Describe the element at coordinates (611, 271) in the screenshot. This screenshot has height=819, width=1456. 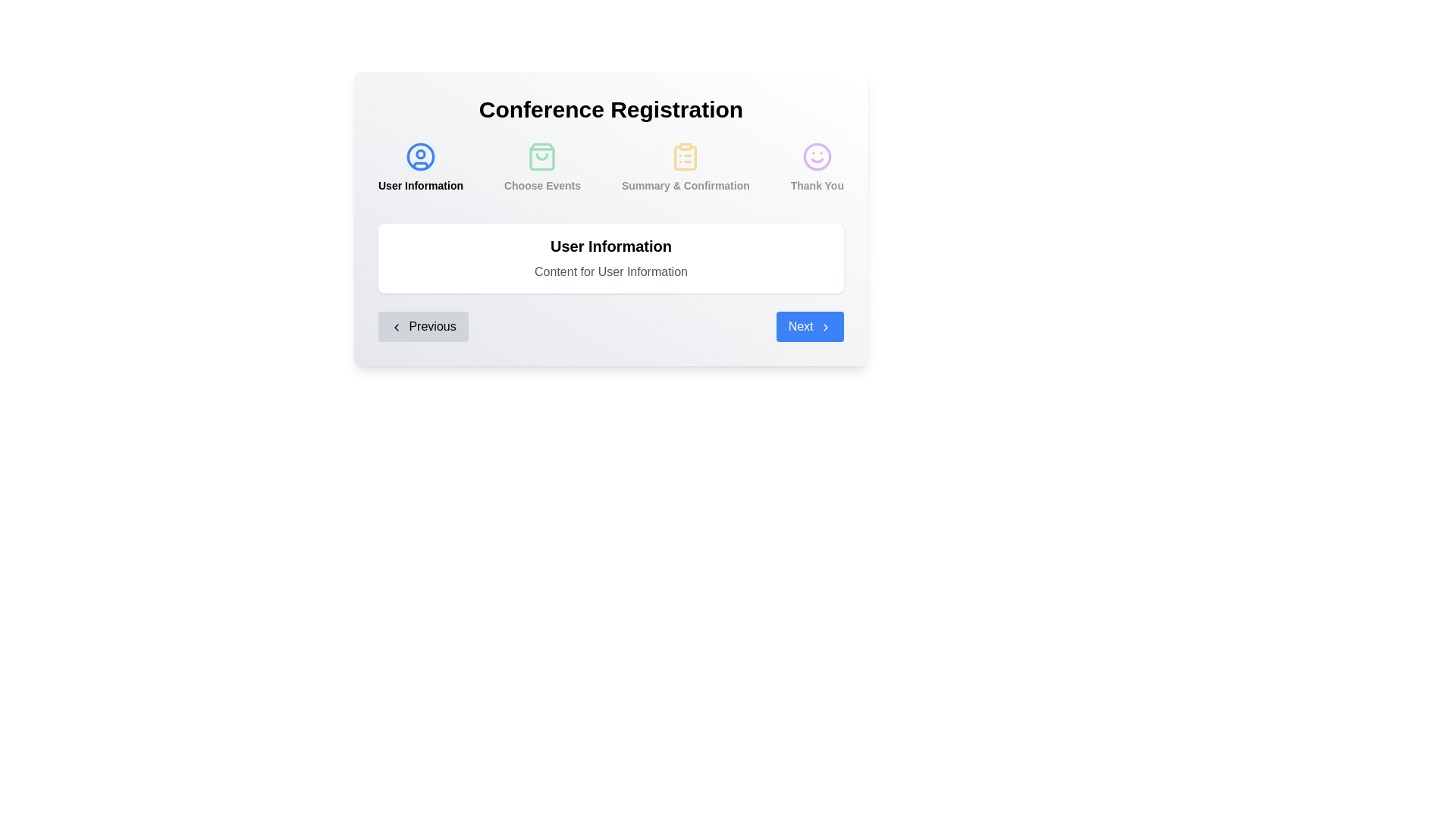
I see `the text label displaying 'Content for User Information' which is located below the 'User Information' header within a white rounded rectangle card` at that location.